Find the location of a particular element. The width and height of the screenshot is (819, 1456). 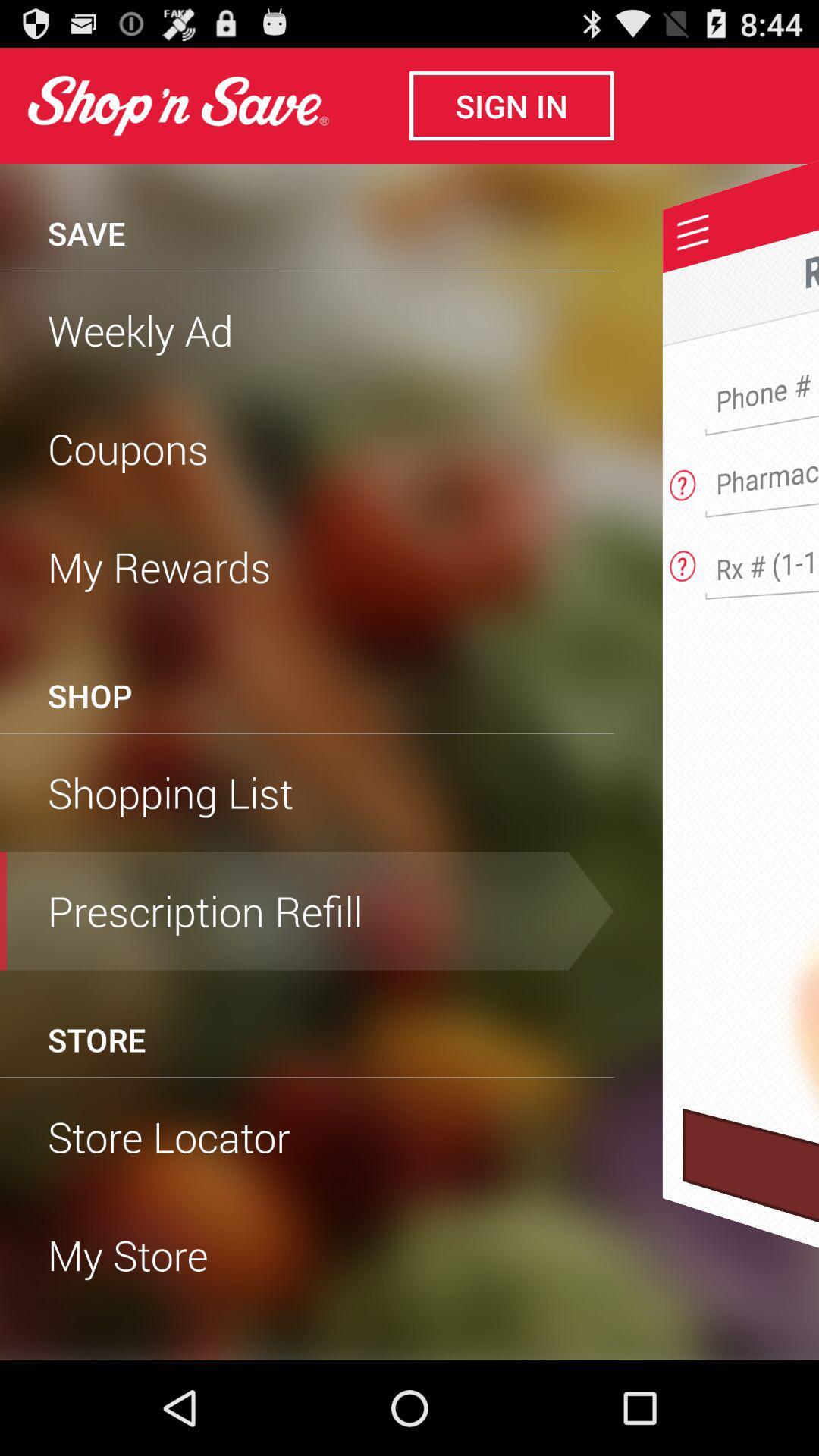

sign in button is located at coordinates (512, 105).